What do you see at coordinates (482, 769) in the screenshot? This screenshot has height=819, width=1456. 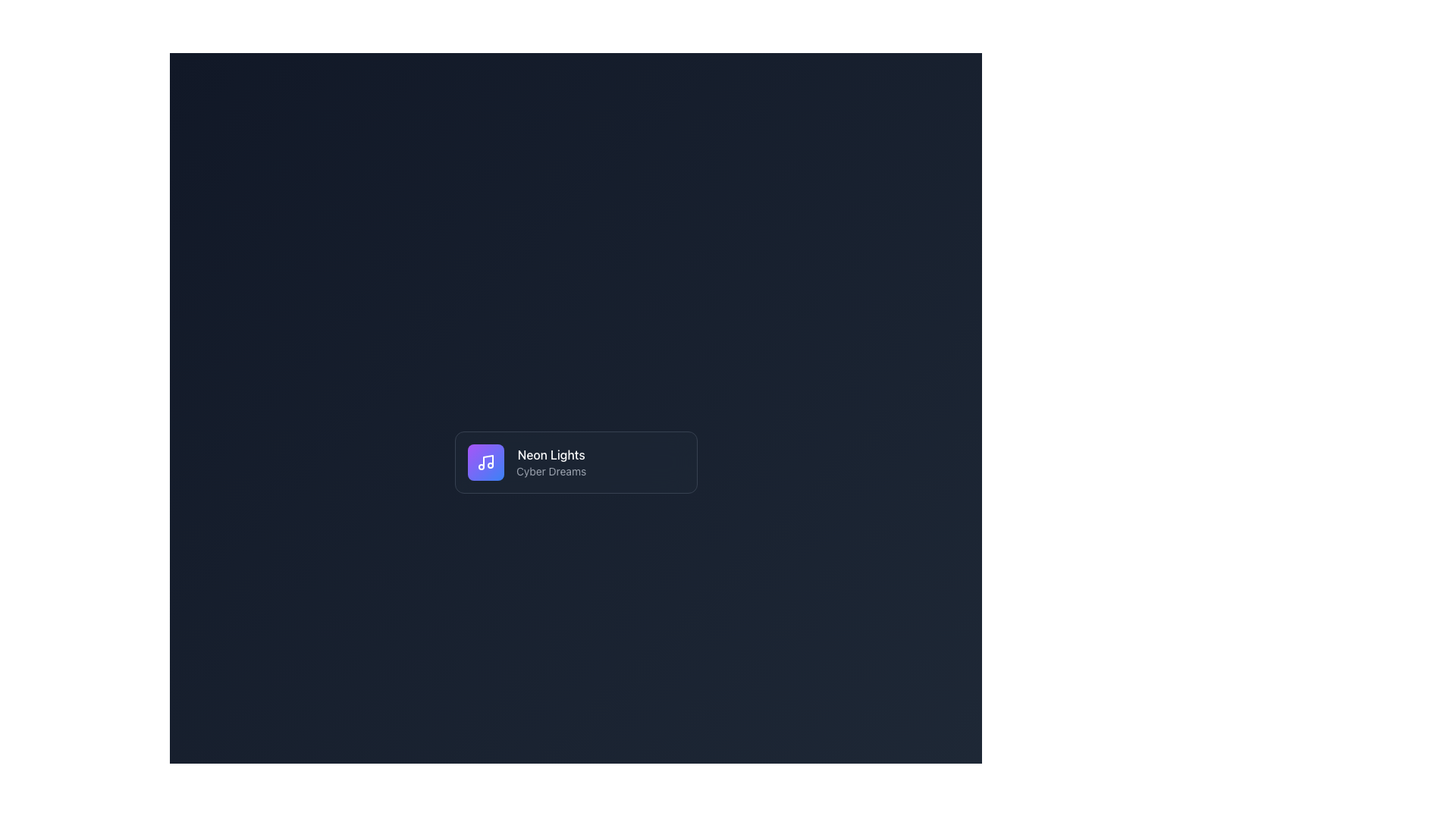 I see `the decorative vector graphic component that visually indicates the speaker part of the volume control icon located at the bottom-right of the interface` at bounding box center [482, 769].